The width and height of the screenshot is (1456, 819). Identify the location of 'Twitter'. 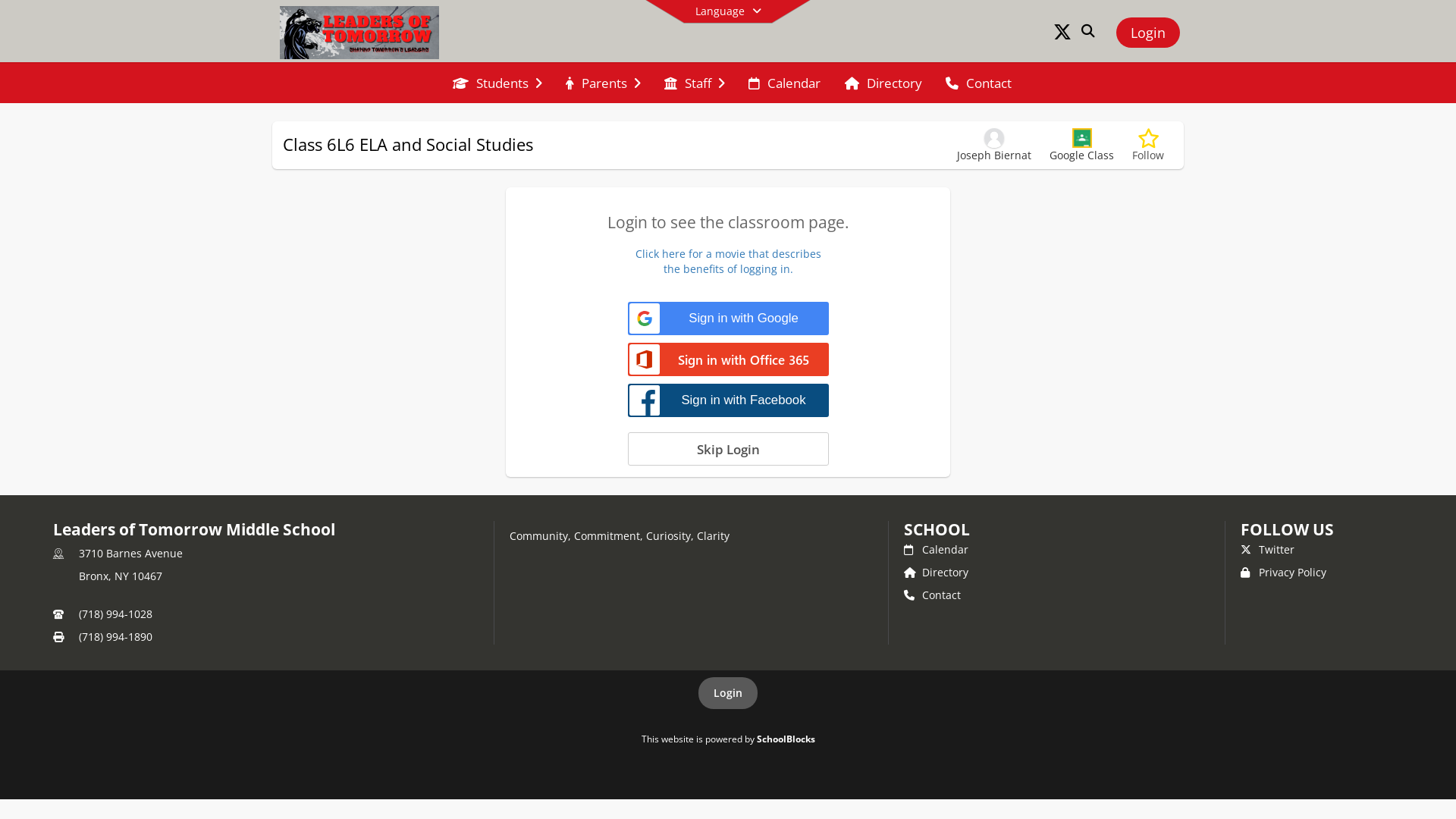
(1267, 549).